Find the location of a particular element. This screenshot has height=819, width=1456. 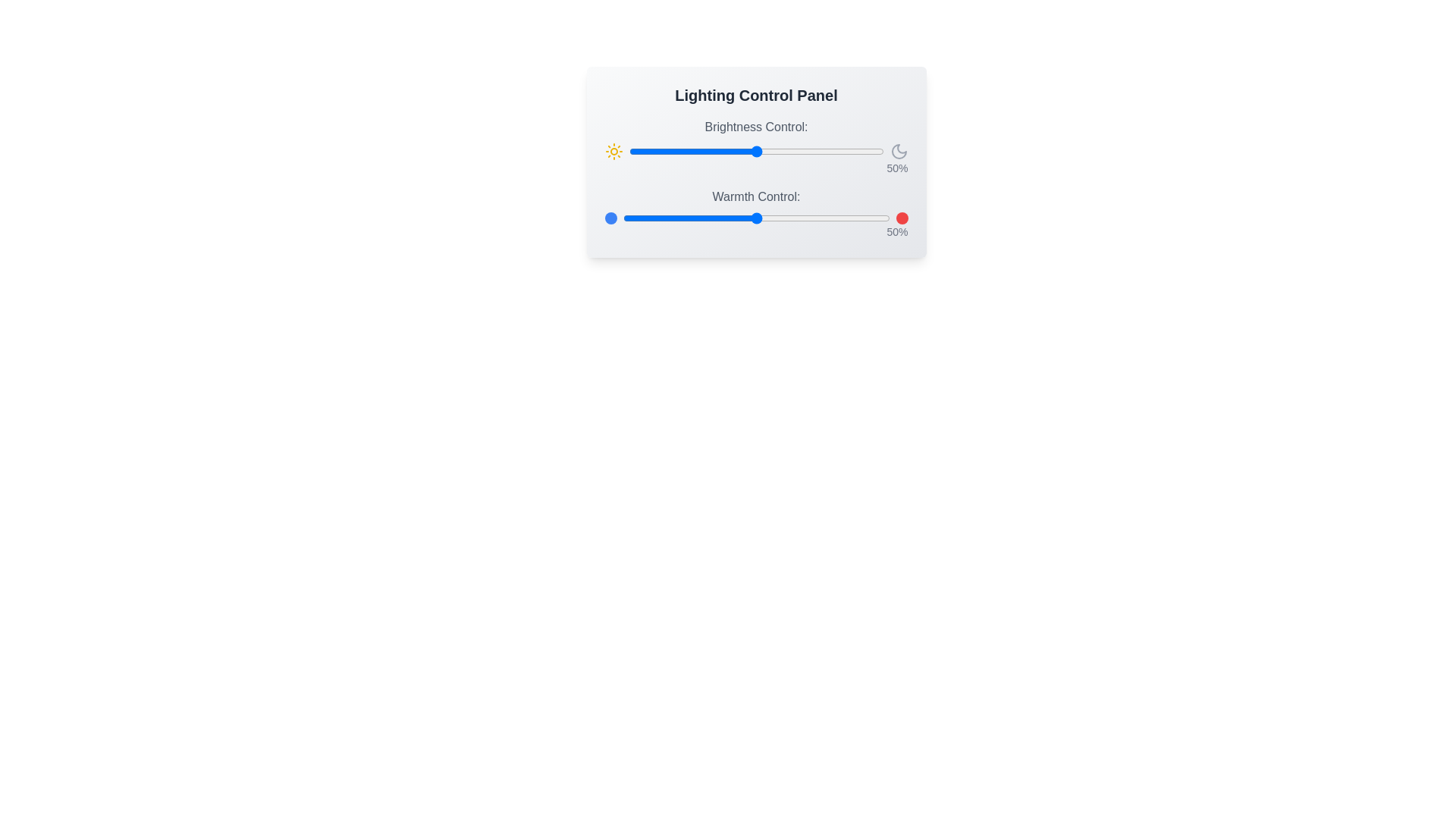

the sun icon representing brightness adjustment in the top-left area of the Lighting Control Panel is located at coordinates (613, 152).